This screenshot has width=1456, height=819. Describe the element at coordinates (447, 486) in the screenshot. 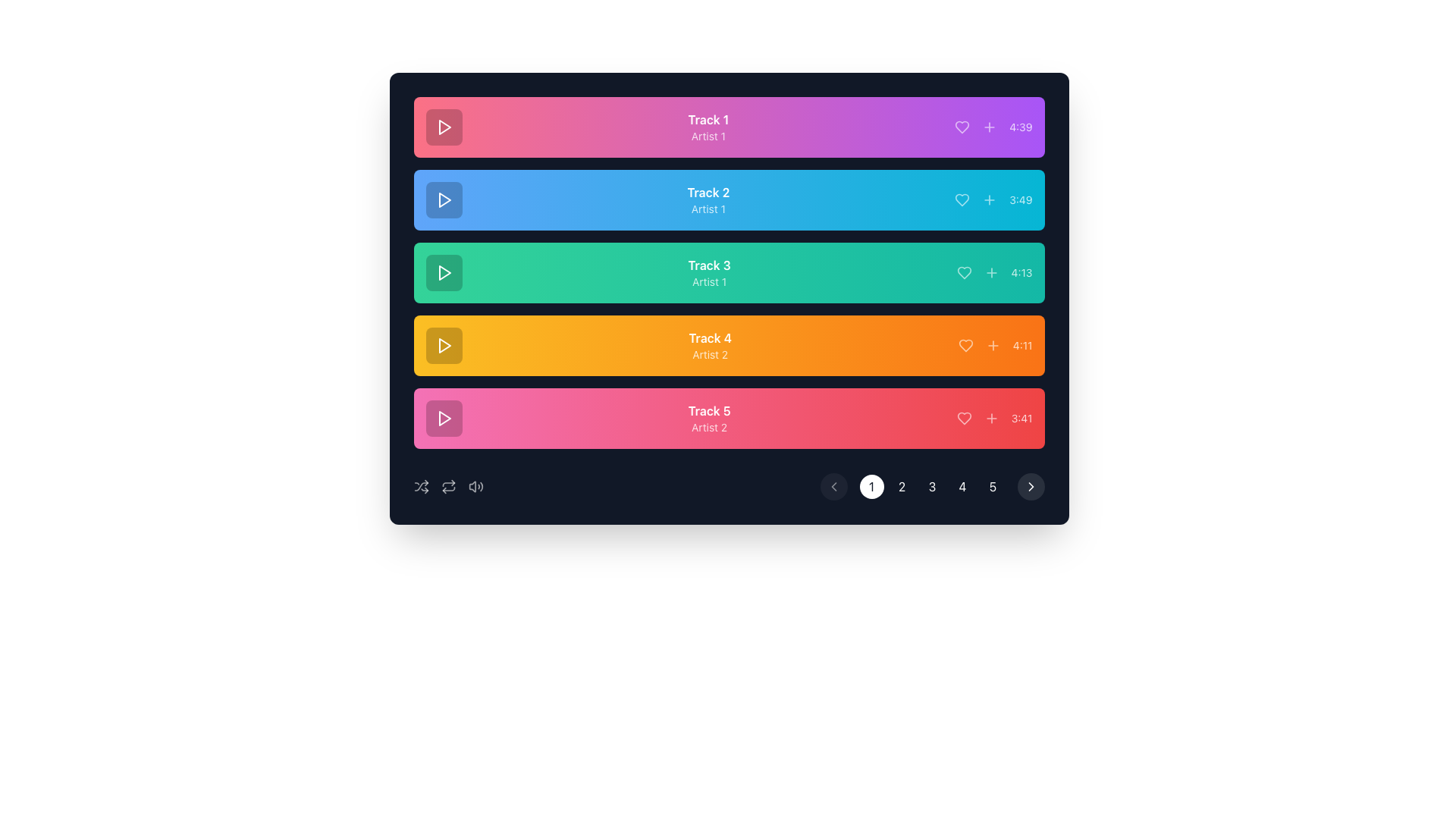

I see `the repeat action button, which is represented by a circular arrow icon located in the bottom toolbar` at that location.